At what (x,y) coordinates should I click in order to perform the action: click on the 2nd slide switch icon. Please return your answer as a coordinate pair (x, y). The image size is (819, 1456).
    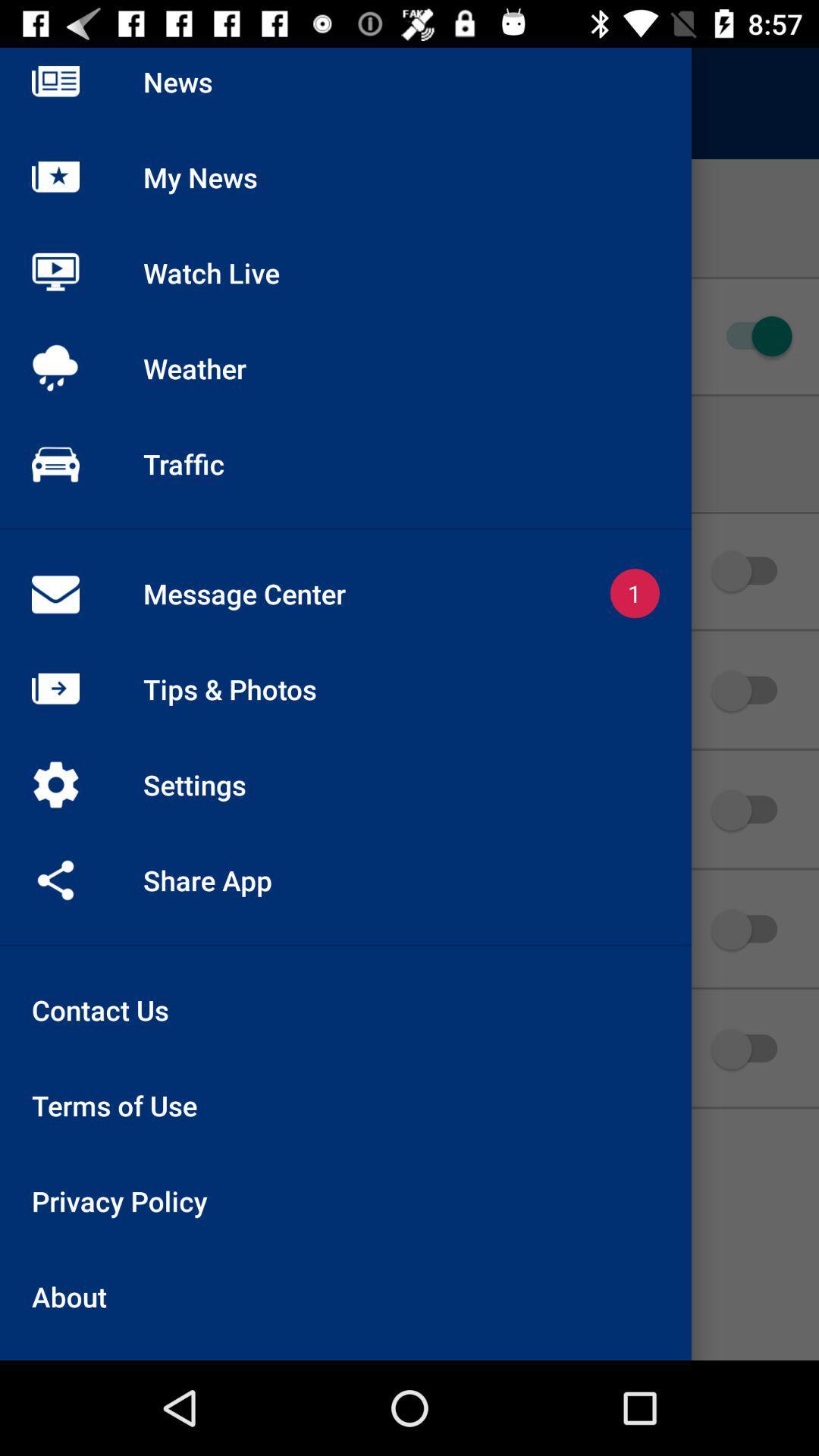
    Looking at the image, I should click on (752, 570).